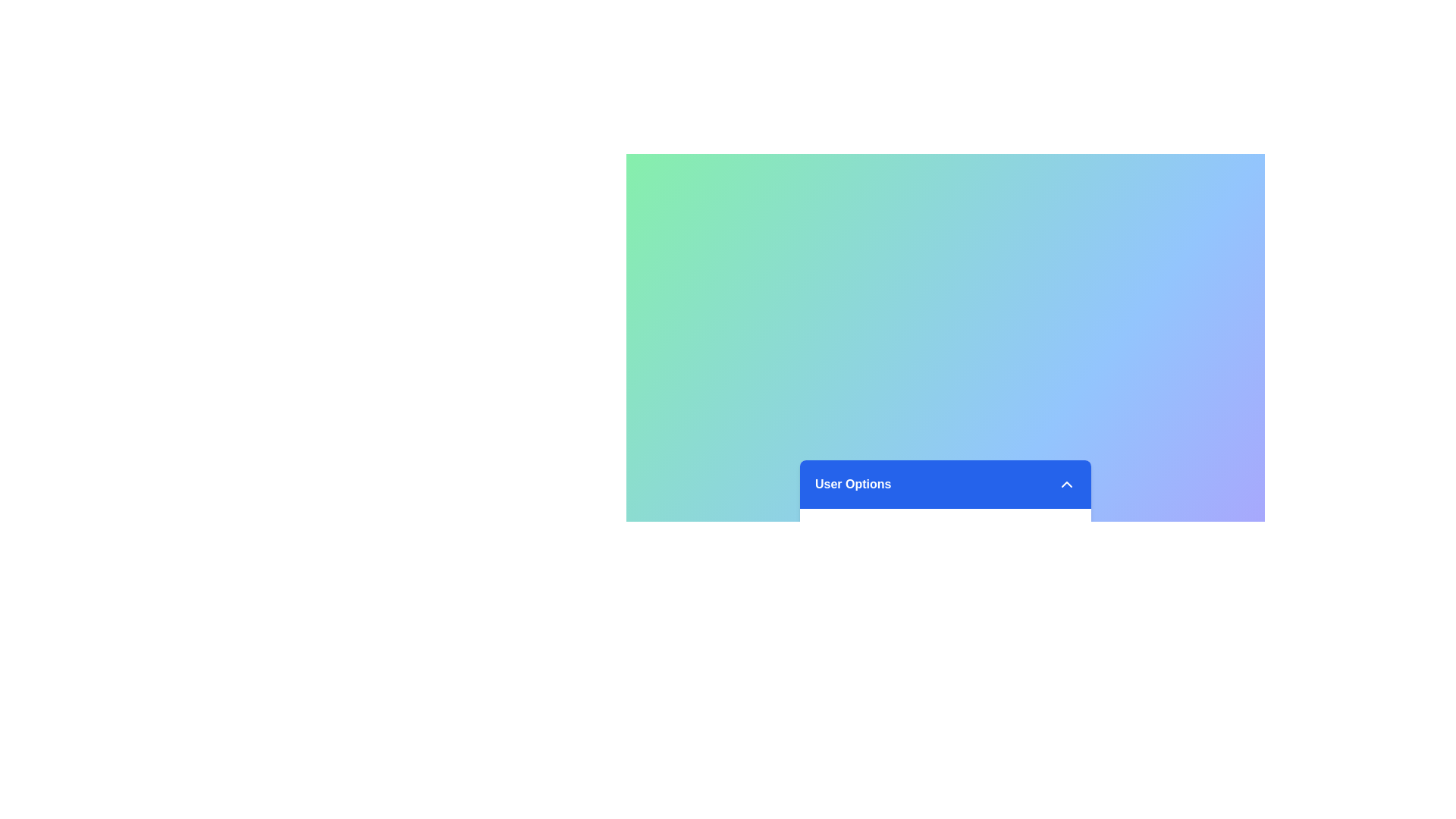 The image size is (1456, 819). Describe the element at coordinates (945, 485) in the screenshot. I see `the menu header to toggle the menu` at that location.